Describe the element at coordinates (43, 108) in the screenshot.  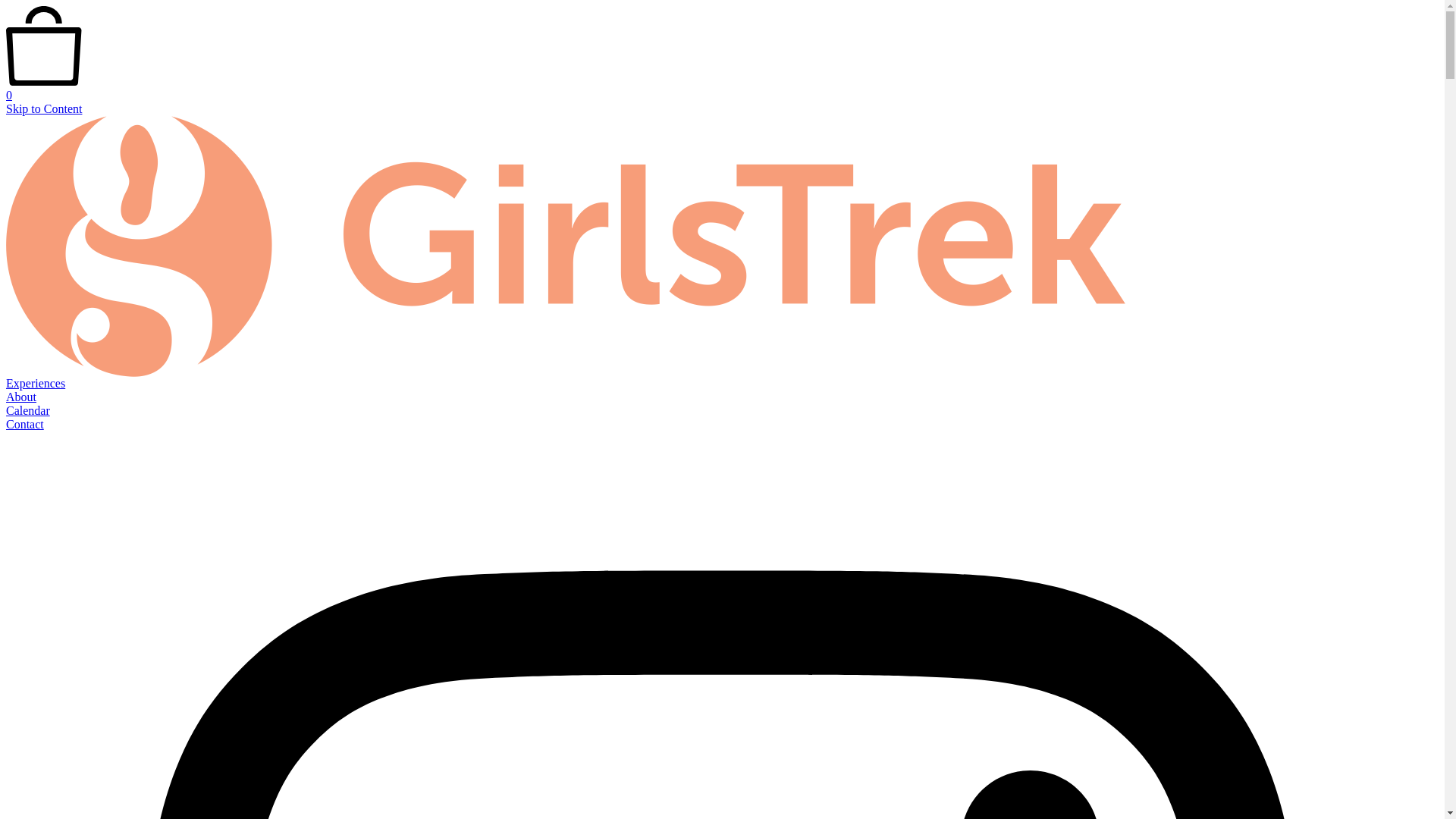
I see `'Skip to Content'` at that location.